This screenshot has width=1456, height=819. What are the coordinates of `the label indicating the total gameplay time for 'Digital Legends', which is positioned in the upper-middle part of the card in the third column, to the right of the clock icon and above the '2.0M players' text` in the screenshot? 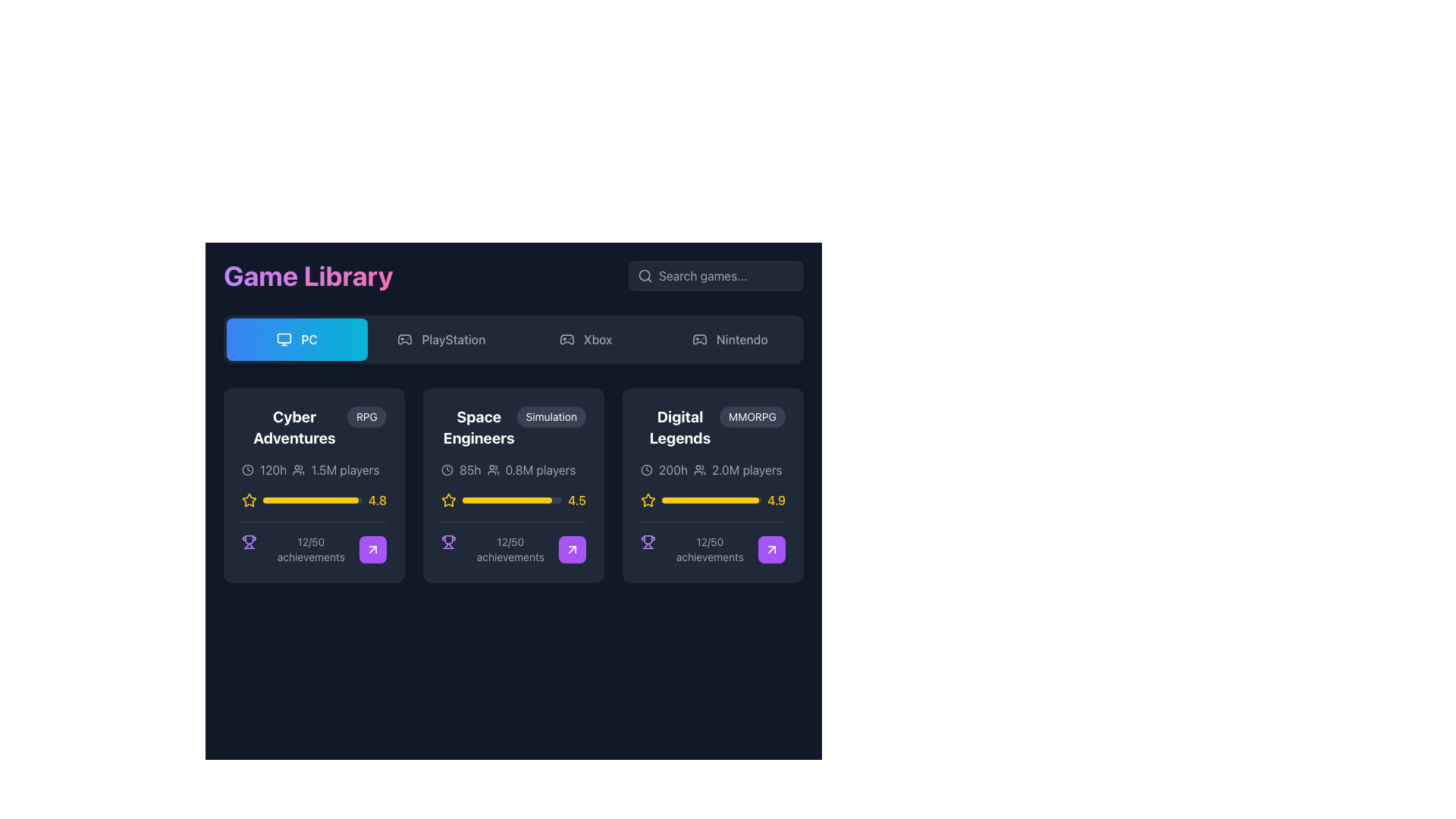 It's located at (673, 469).